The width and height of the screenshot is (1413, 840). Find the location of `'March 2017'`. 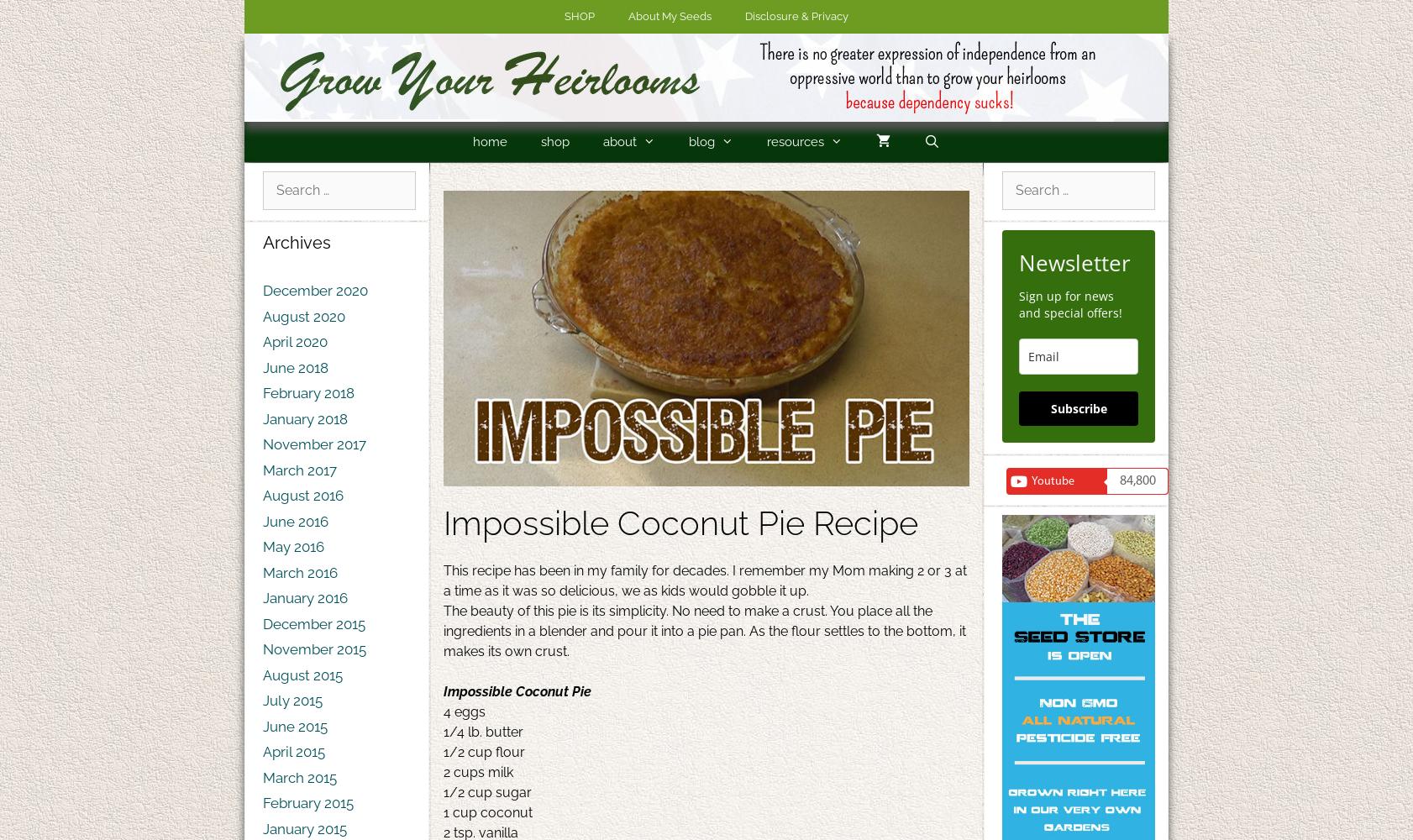

'March 2017' is located at coordinates (298, 470).